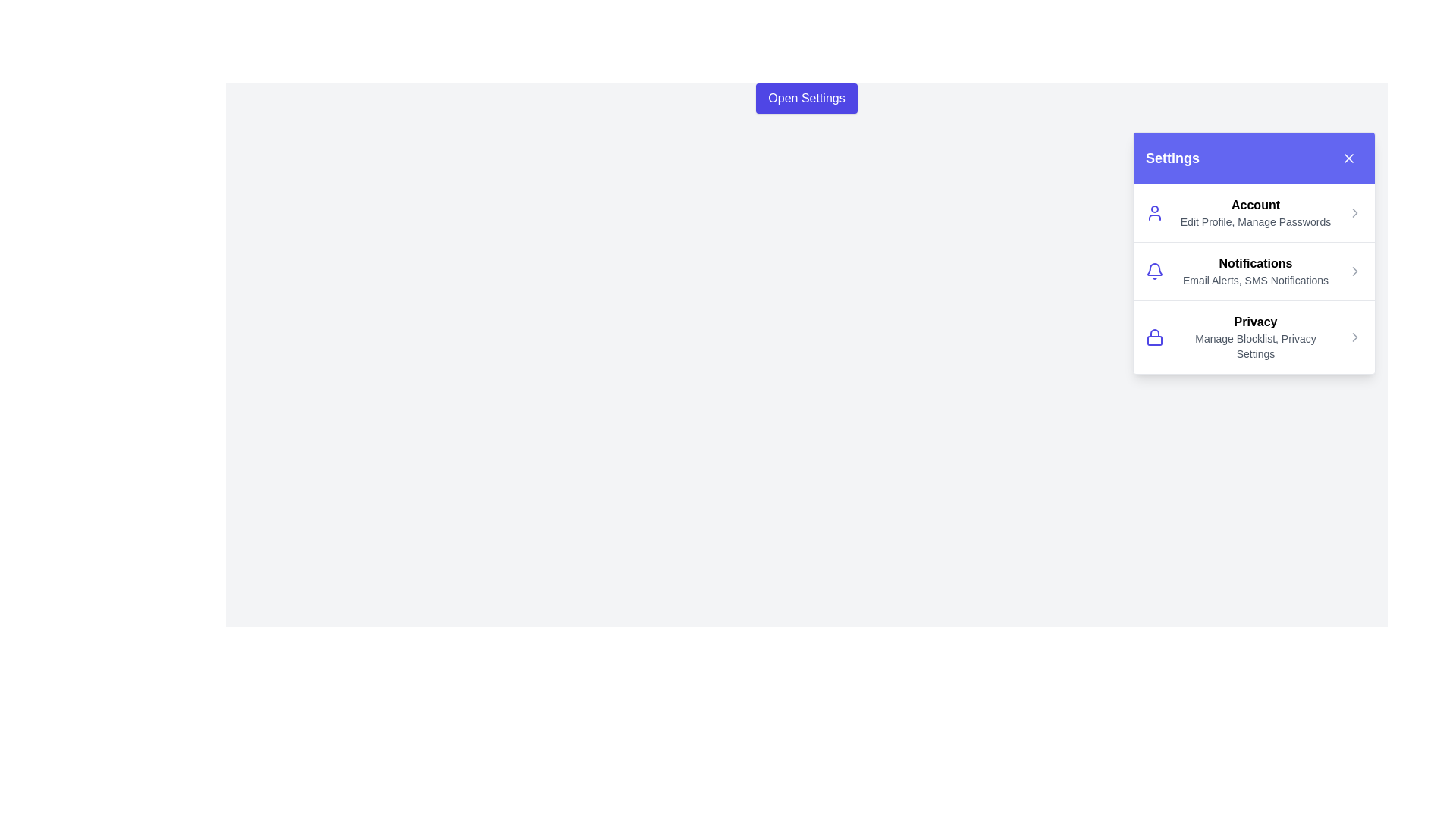 The image size is (1456, 819). Describe the element at coordinates (1256, 262) in the screenshot. I see `text of the 'Notifications' label, which is styled in bold and located in the settings menu's second row, associated with a bell icon` at that location.